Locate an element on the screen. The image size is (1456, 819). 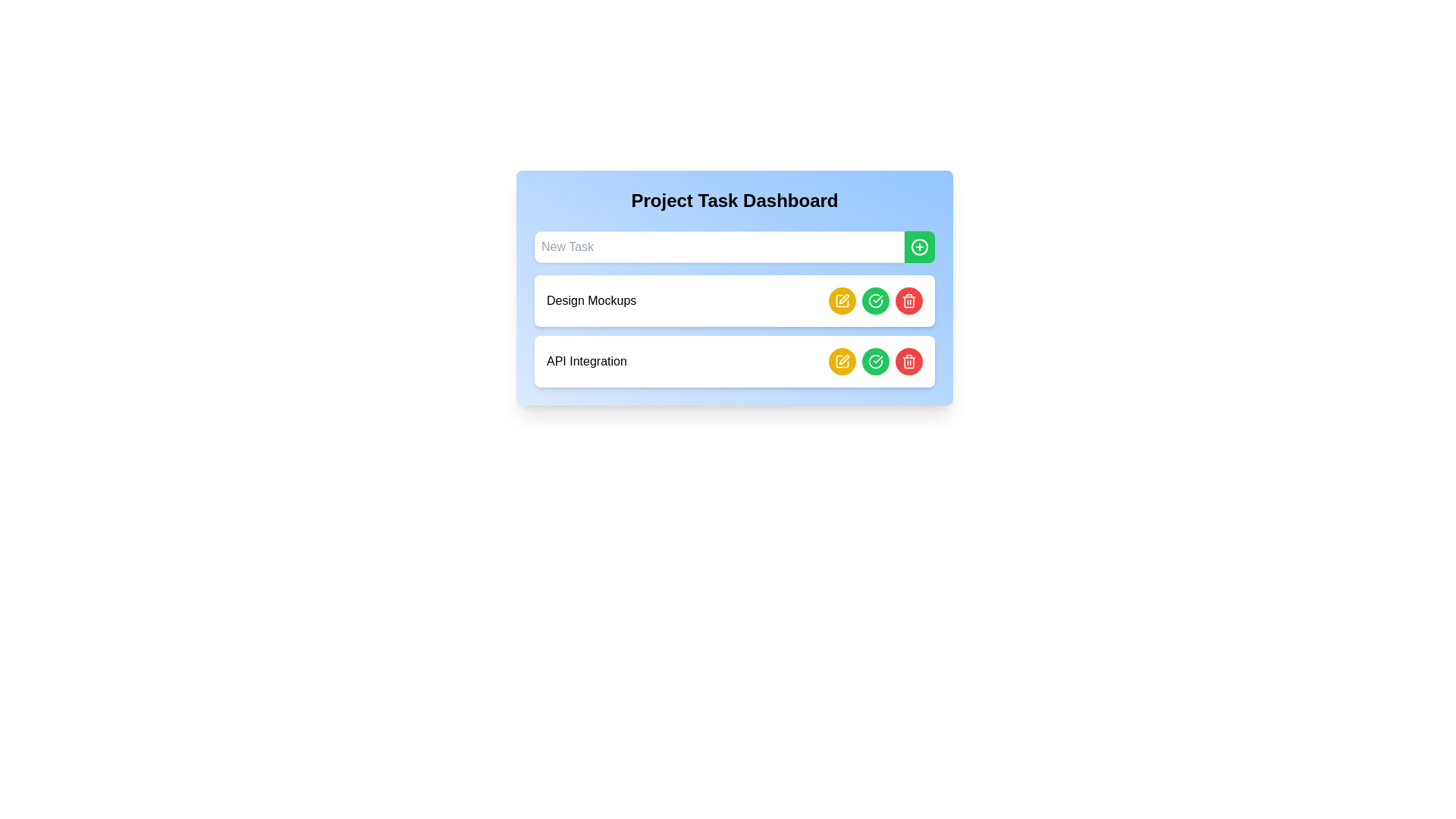
the delete icon button, which is the rightmost button in the action button group of the second item in the list is located at coordinates (909, 362).